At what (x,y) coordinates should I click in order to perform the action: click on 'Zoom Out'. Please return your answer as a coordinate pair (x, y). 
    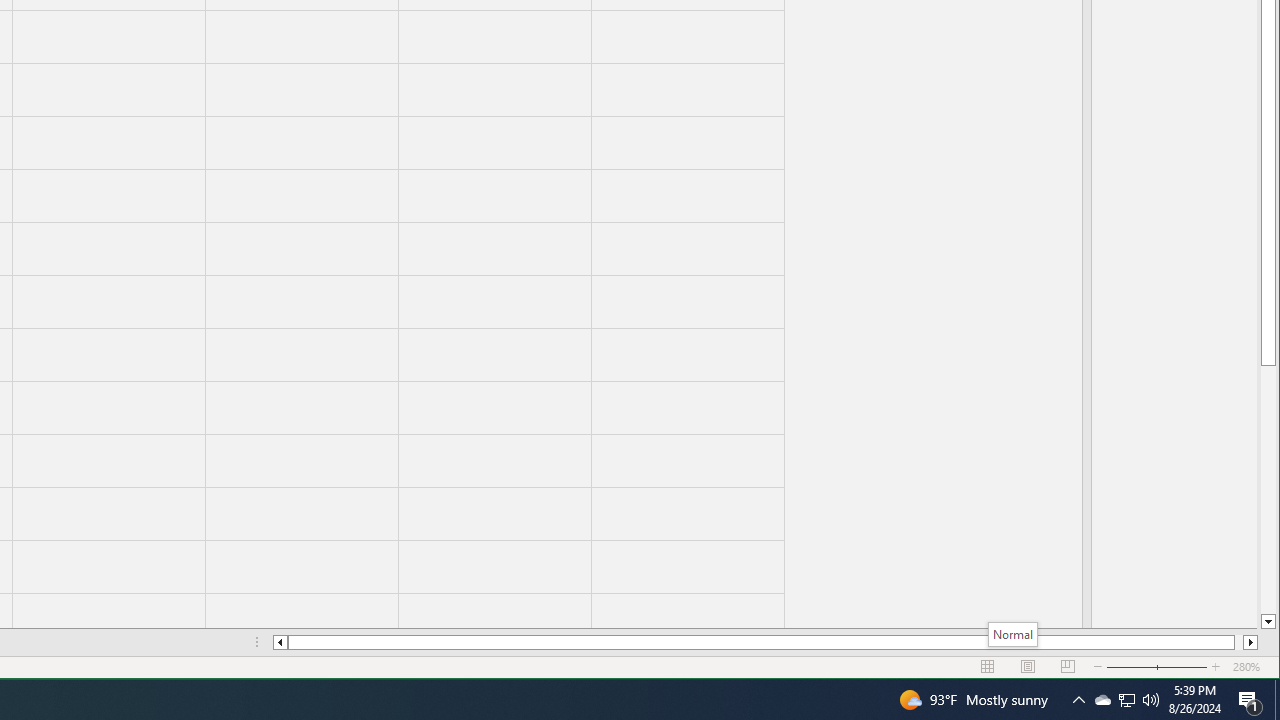
    Looking at the image, I should click on (1144, 667).